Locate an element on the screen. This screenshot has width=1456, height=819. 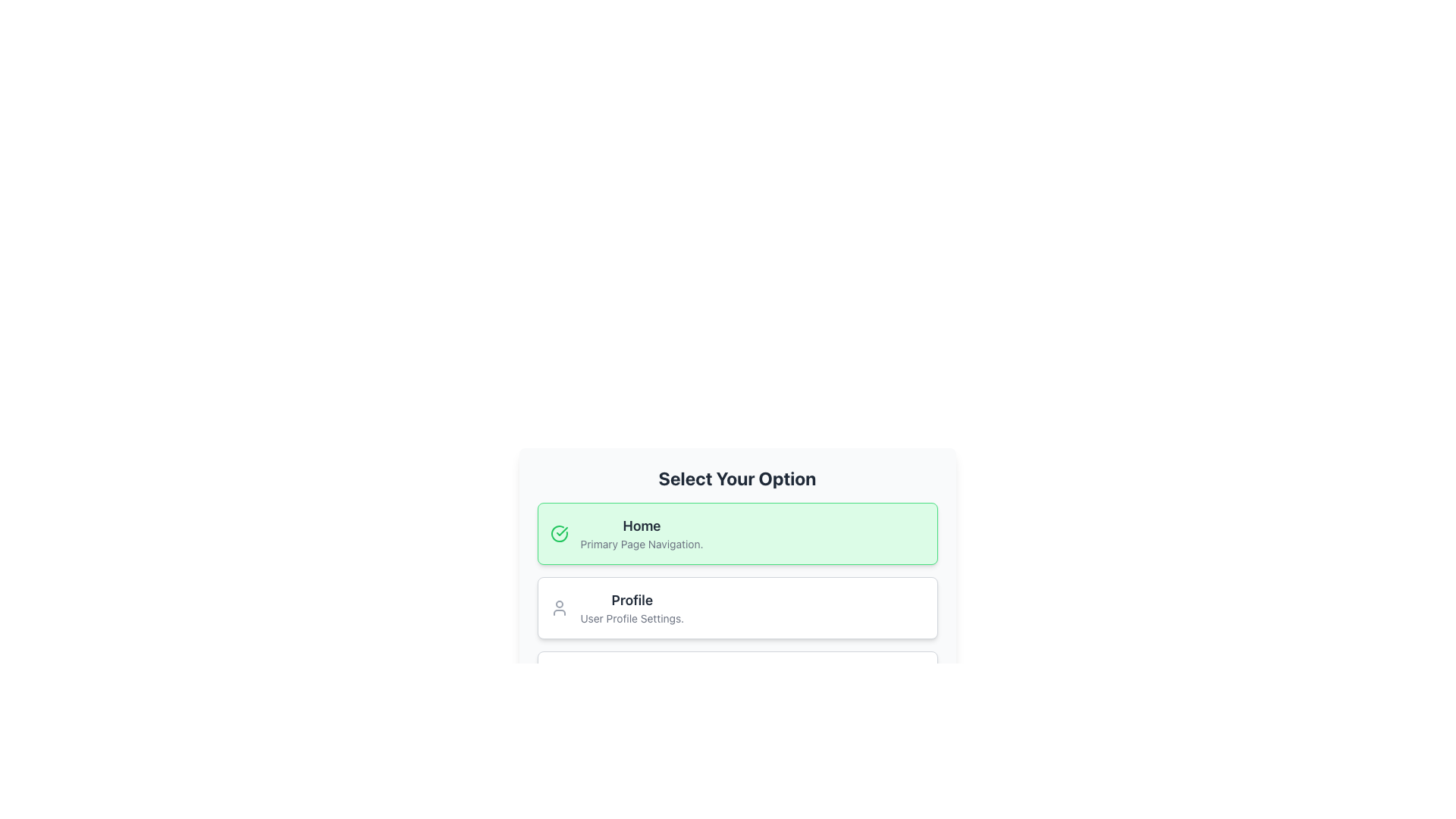
the 'Home' text label, which is bold and large, displayed in dark gray on a light green background within the 'Select Your Option' section of the UI is located at coordinates (642, 526).